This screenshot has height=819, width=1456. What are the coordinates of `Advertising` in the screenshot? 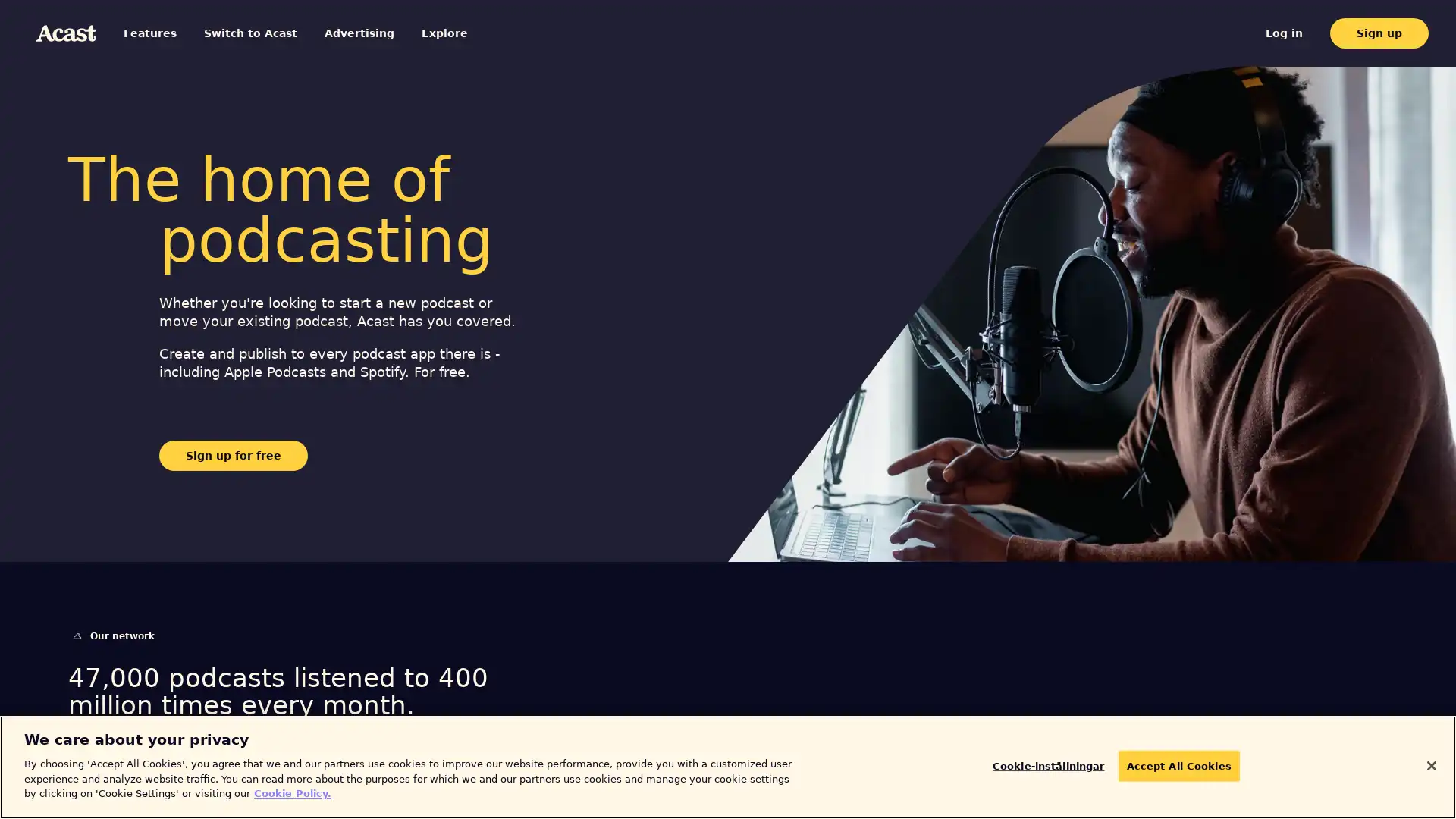 It's located at (327, 33).